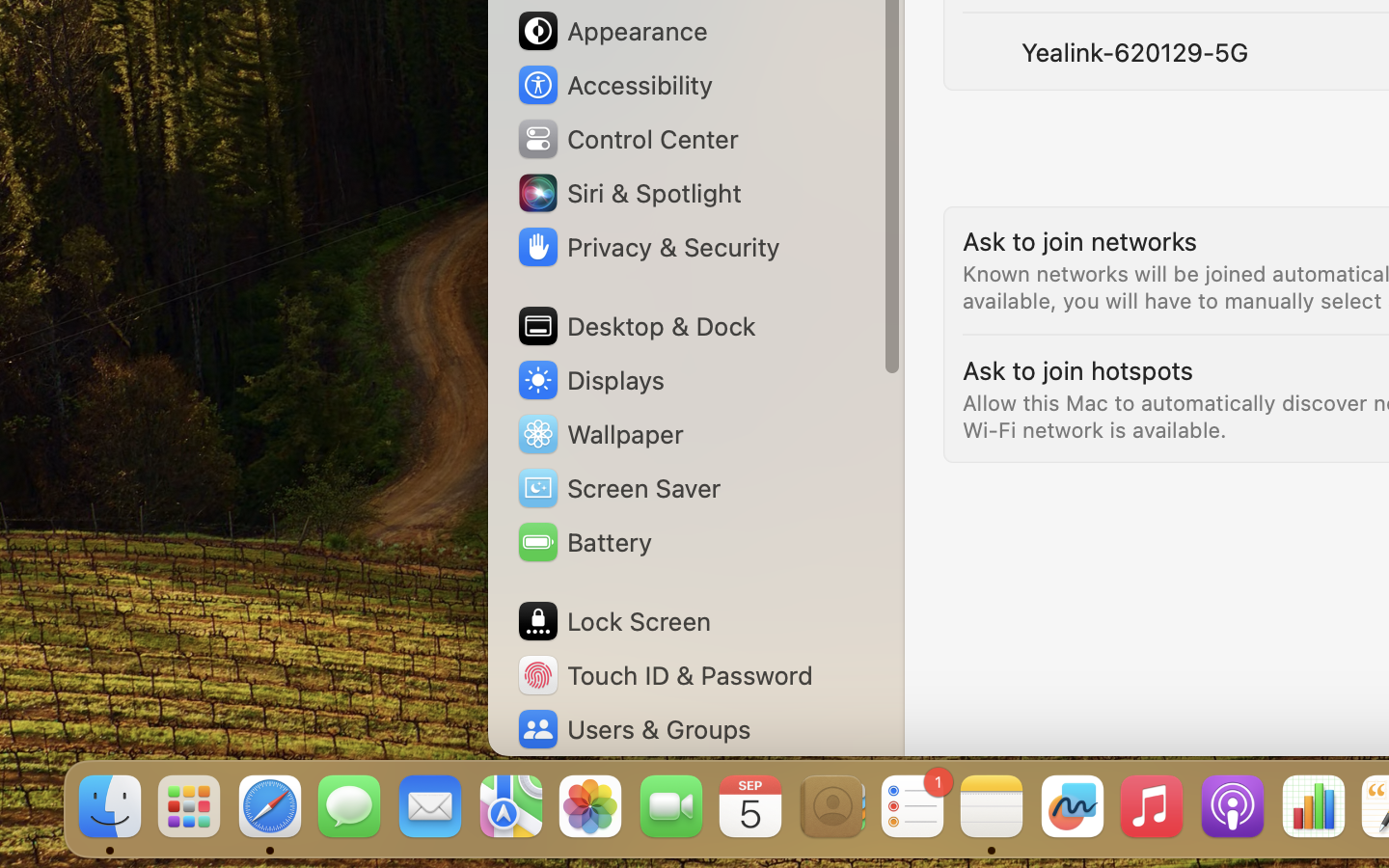 This screenshot has width=1389, height=868. Describe the element at coordinates (1134, 51) in the screenshot. I see `'Yealink-620129-5G'` at that location.